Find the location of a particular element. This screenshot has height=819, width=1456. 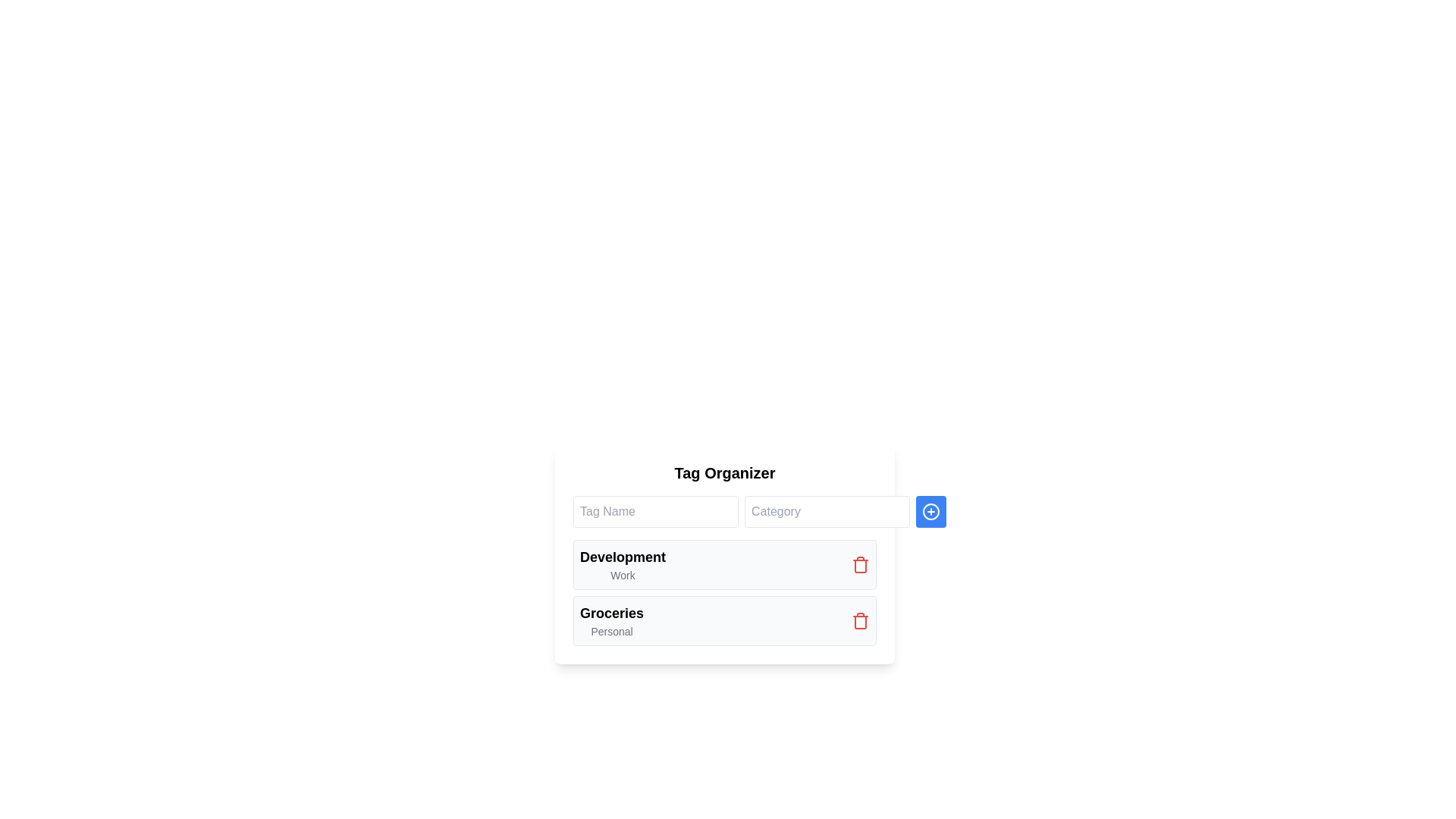

text from the primary title Text Label located on the left side of the first row in the 'Tag Organizer' interface, above the smaller label 'Work' is located at coordinates (623, 557).